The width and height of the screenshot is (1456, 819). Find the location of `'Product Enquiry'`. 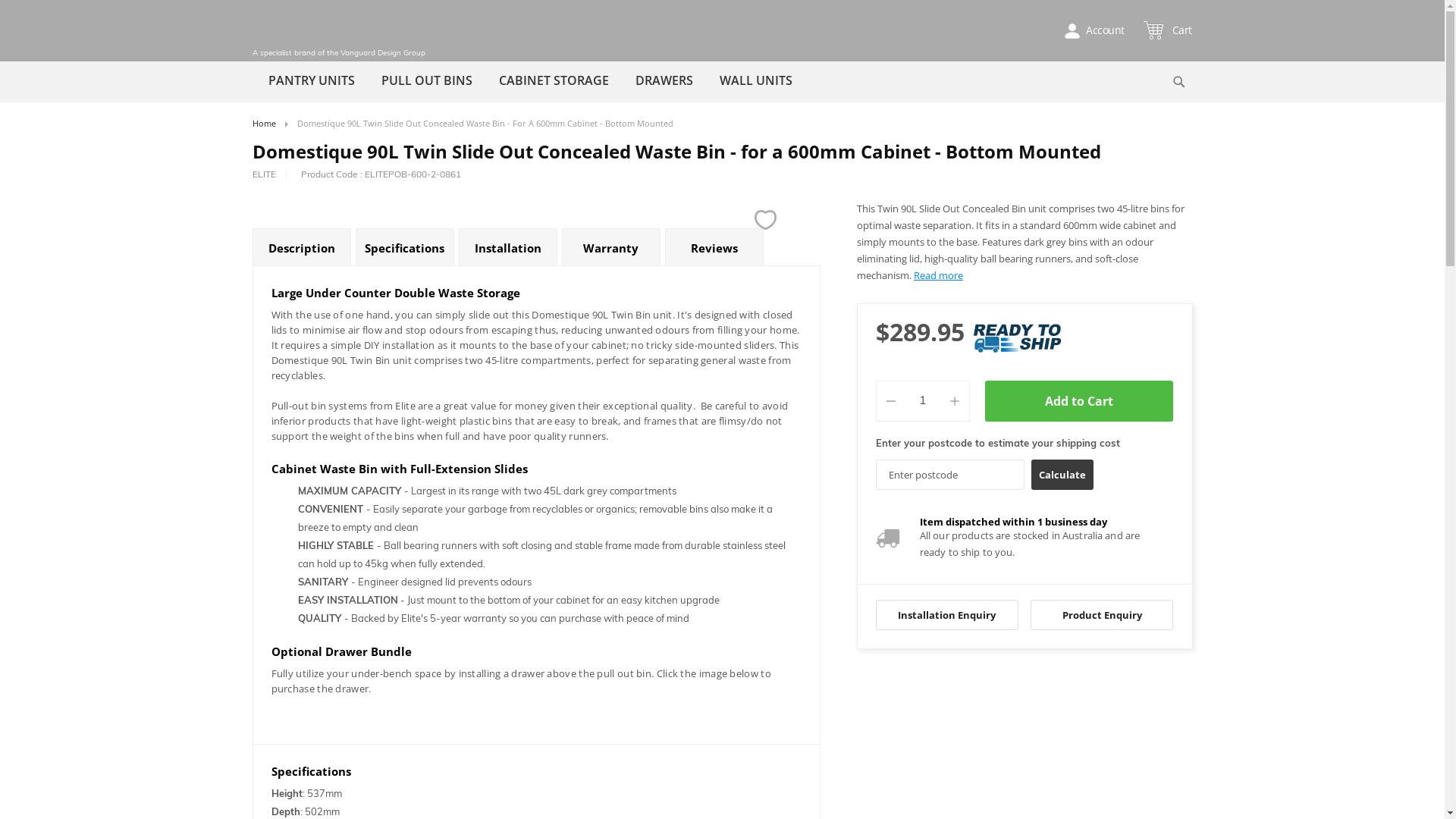

'Product Enquiry' is located at coordinates (1102, 614).